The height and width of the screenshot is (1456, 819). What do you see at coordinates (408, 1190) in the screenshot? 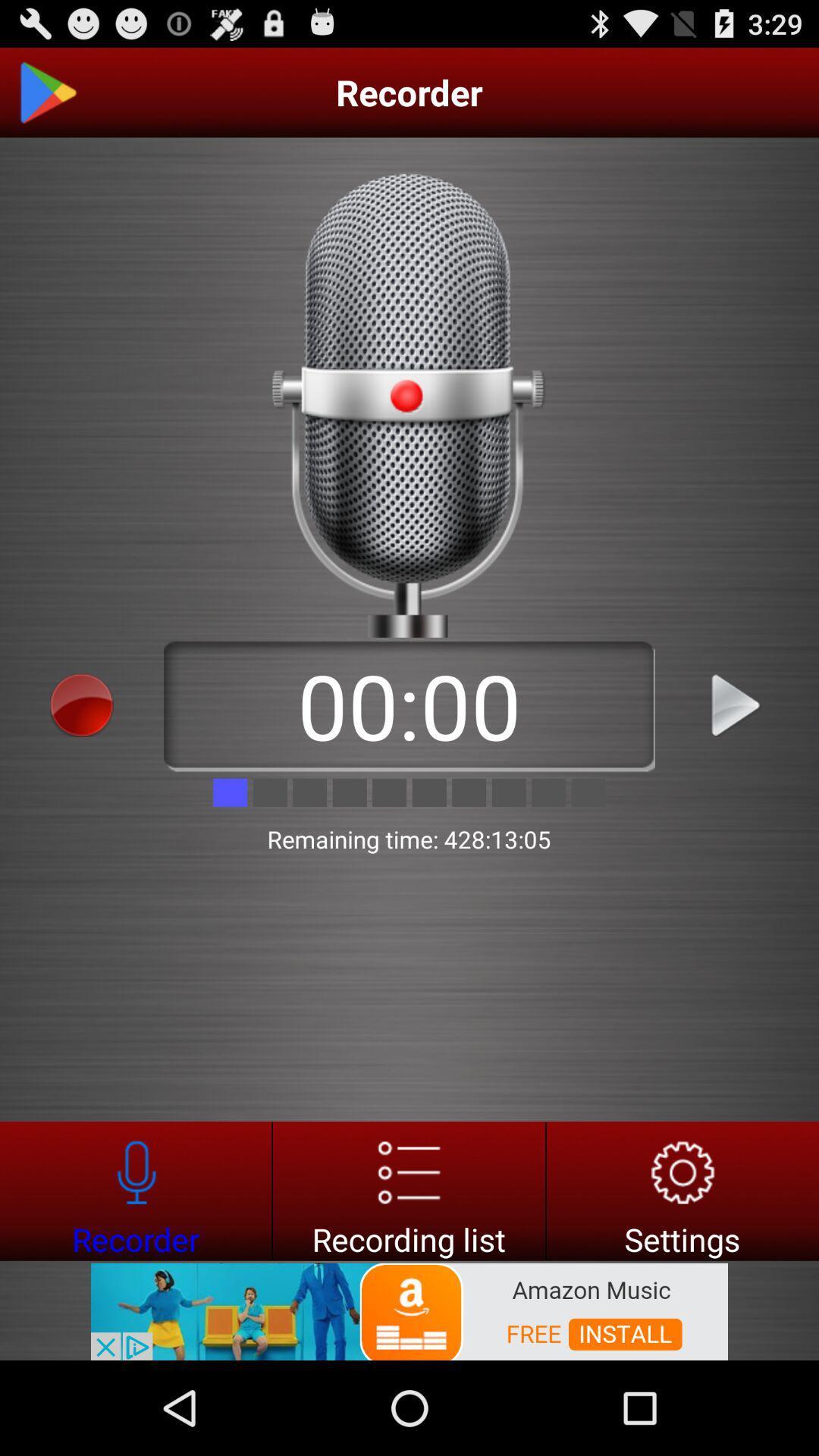
I see `recording list option` at bounding box center [408, 1190].